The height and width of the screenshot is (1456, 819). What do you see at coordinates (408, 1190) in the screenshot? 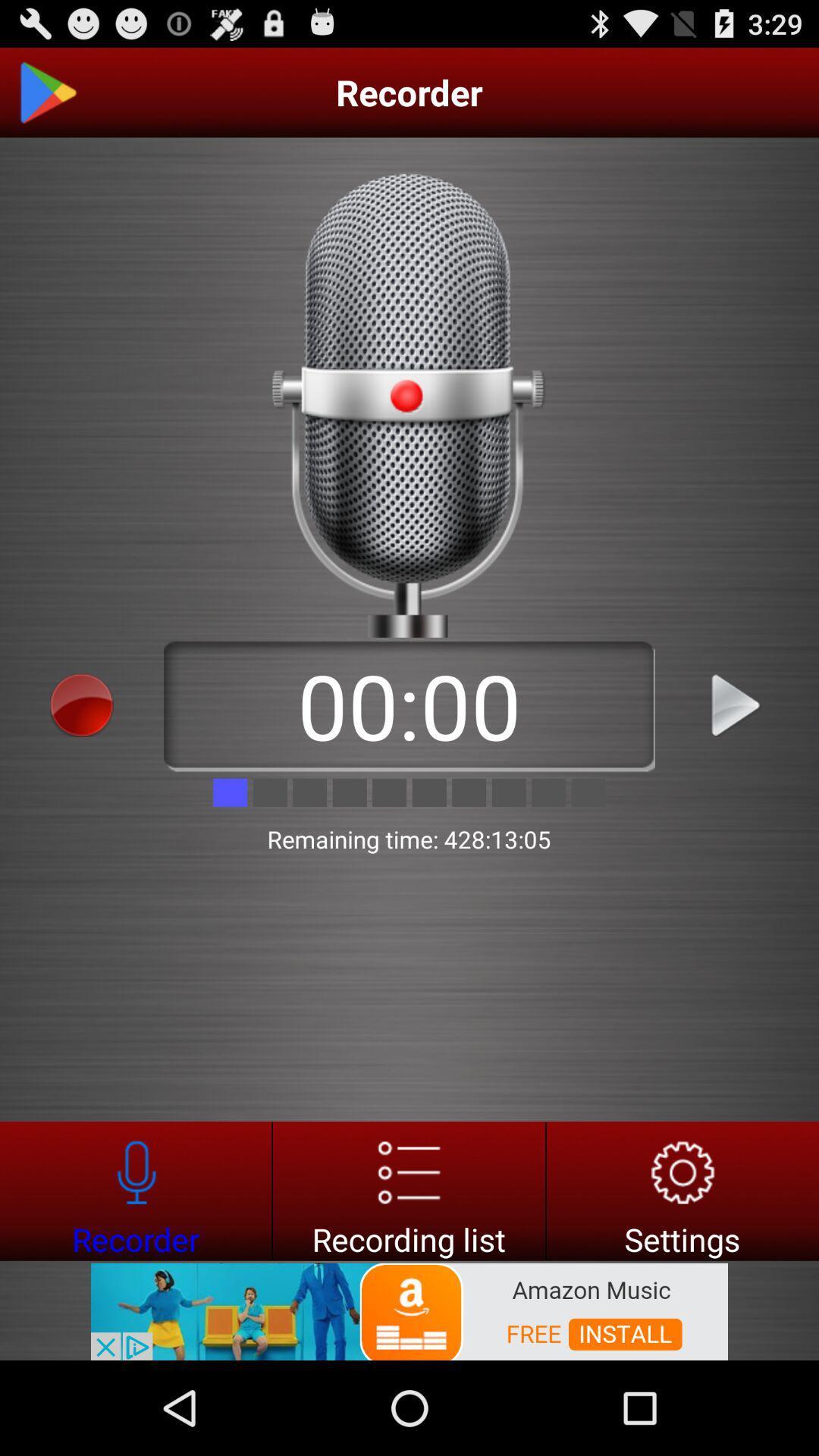
I see `recording list option` at bounding box center [408, 1190].